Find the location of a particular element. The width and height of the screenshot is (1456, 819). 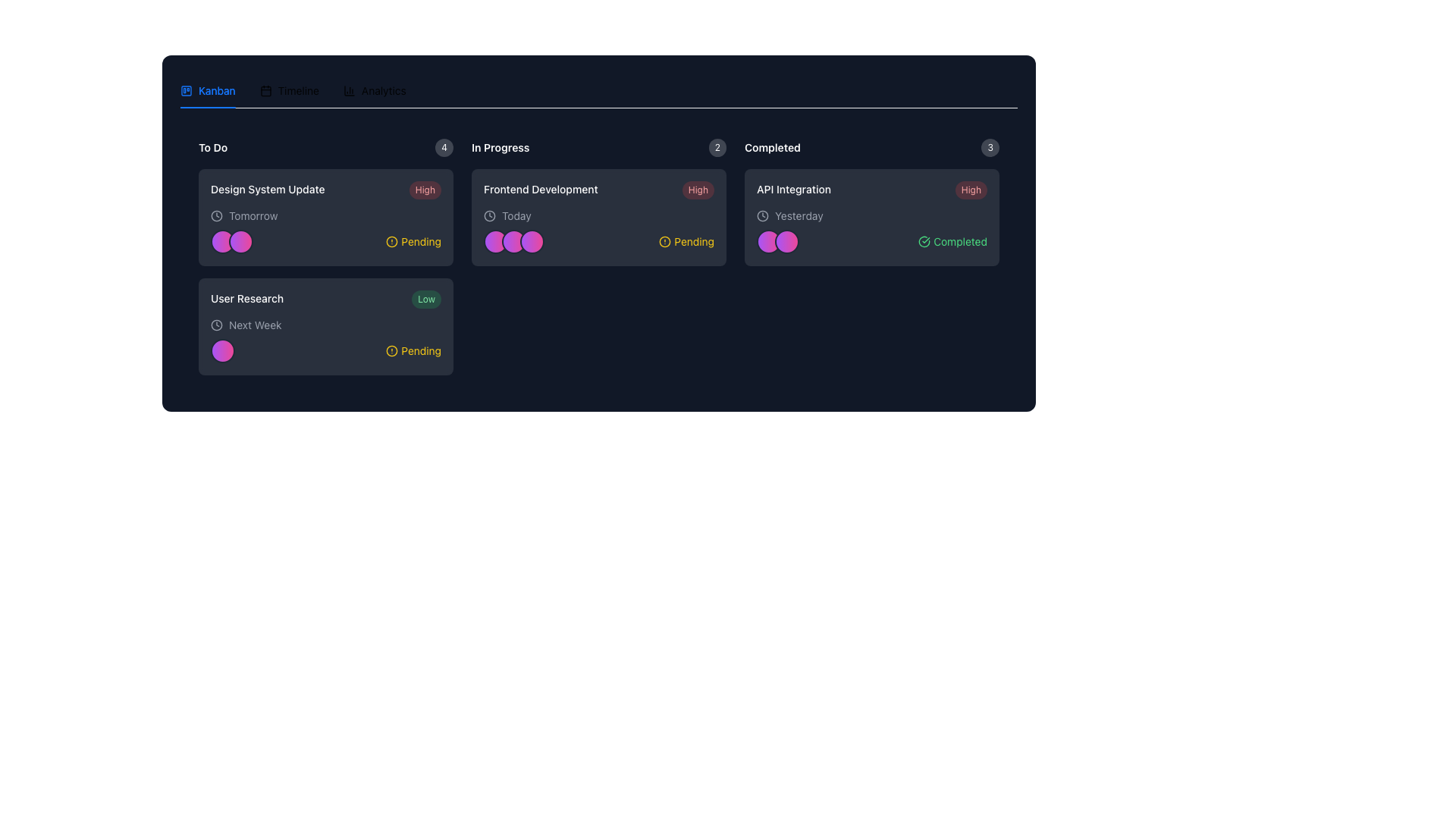

the card containing the task titled 'Frontend Development' with a priority level of 'High' in the 'In Progress' column of the kanban board is located at coordinates (598, 189).